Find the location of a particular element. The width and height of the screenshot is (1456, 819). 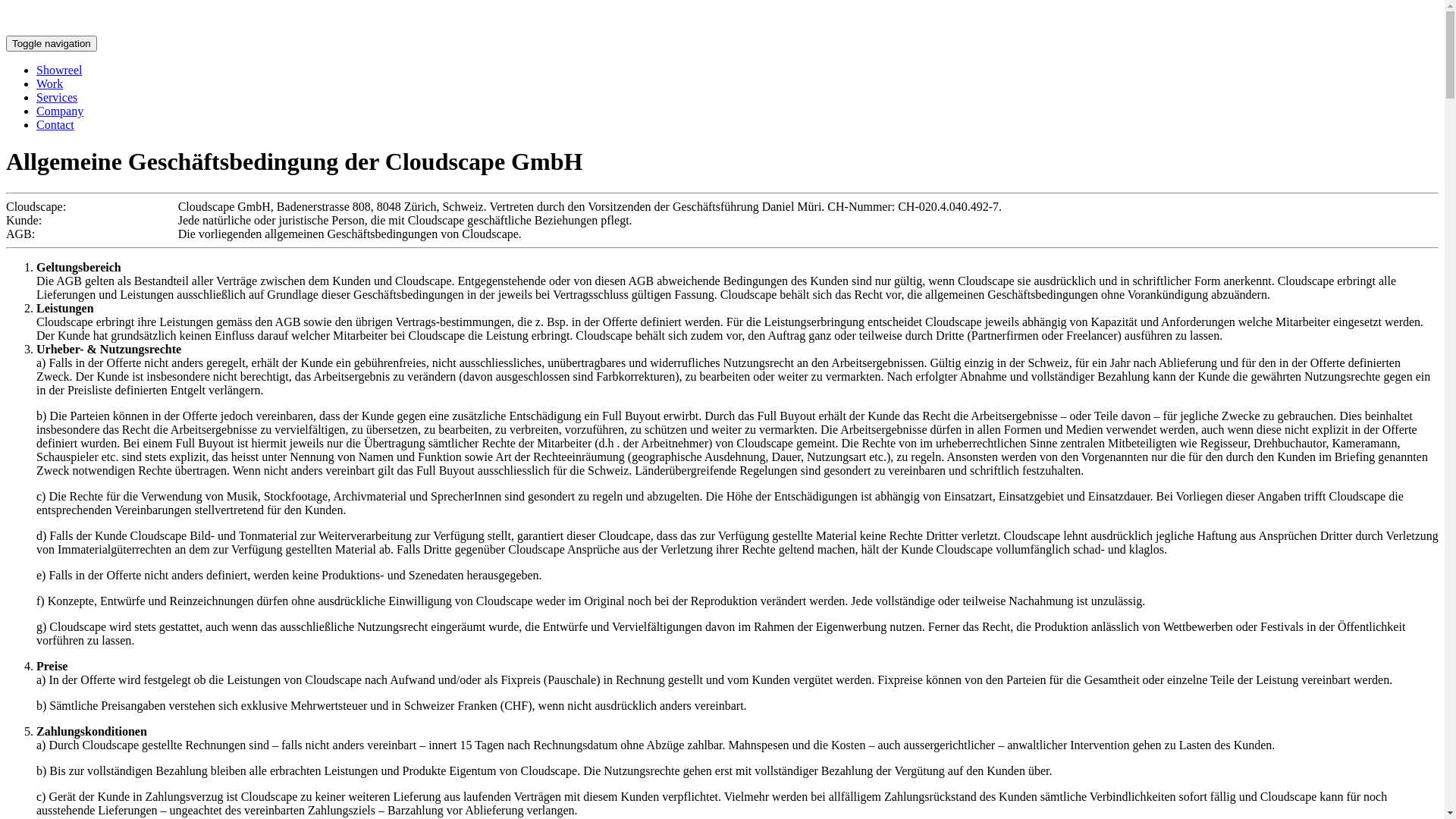

'Company' is located at coordinates (59, 110).